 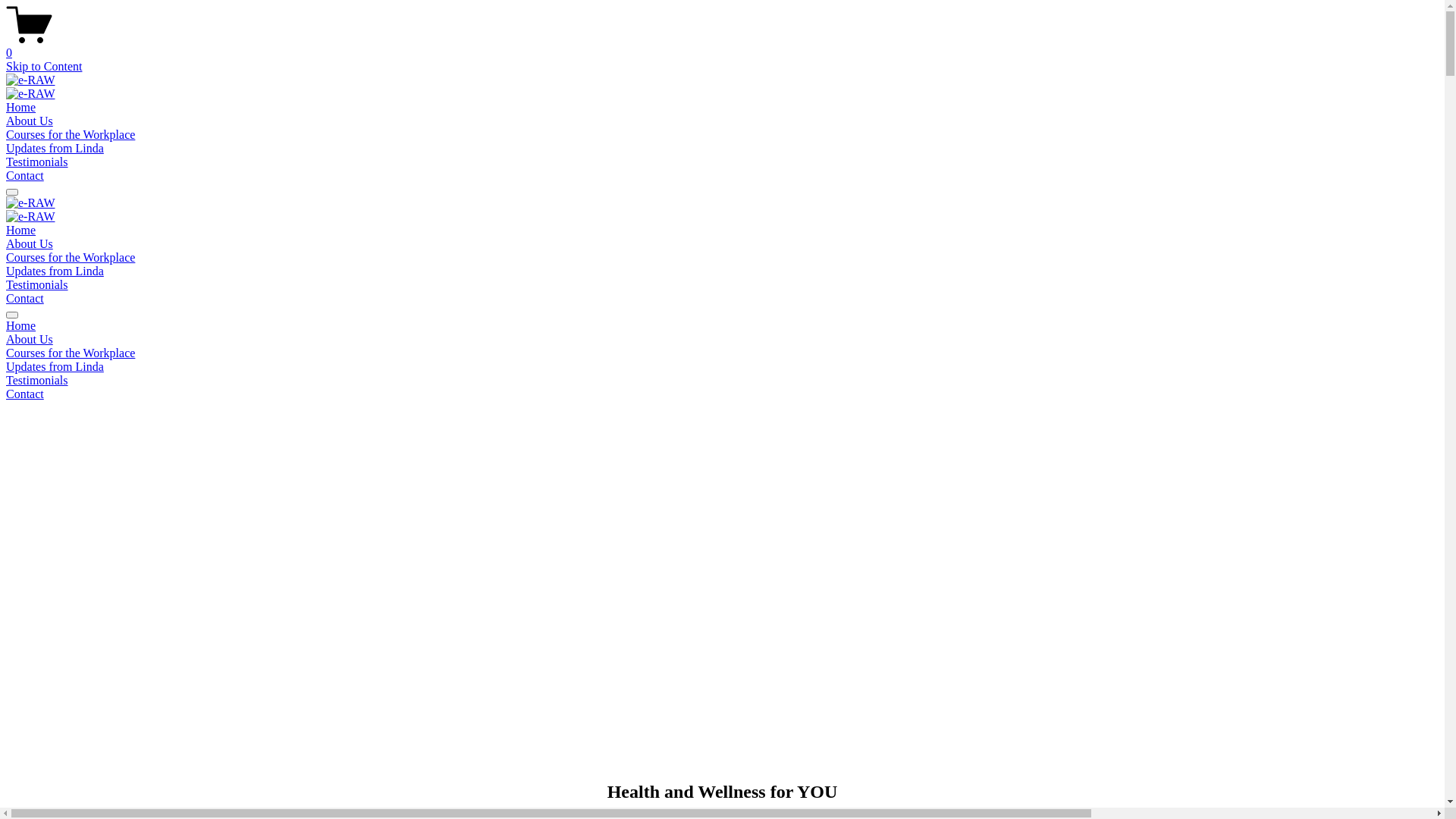 What do you see at coordinates (36, 284) in the screenshot?
I see `'Testimonials'` at bounding box center [36, 284].